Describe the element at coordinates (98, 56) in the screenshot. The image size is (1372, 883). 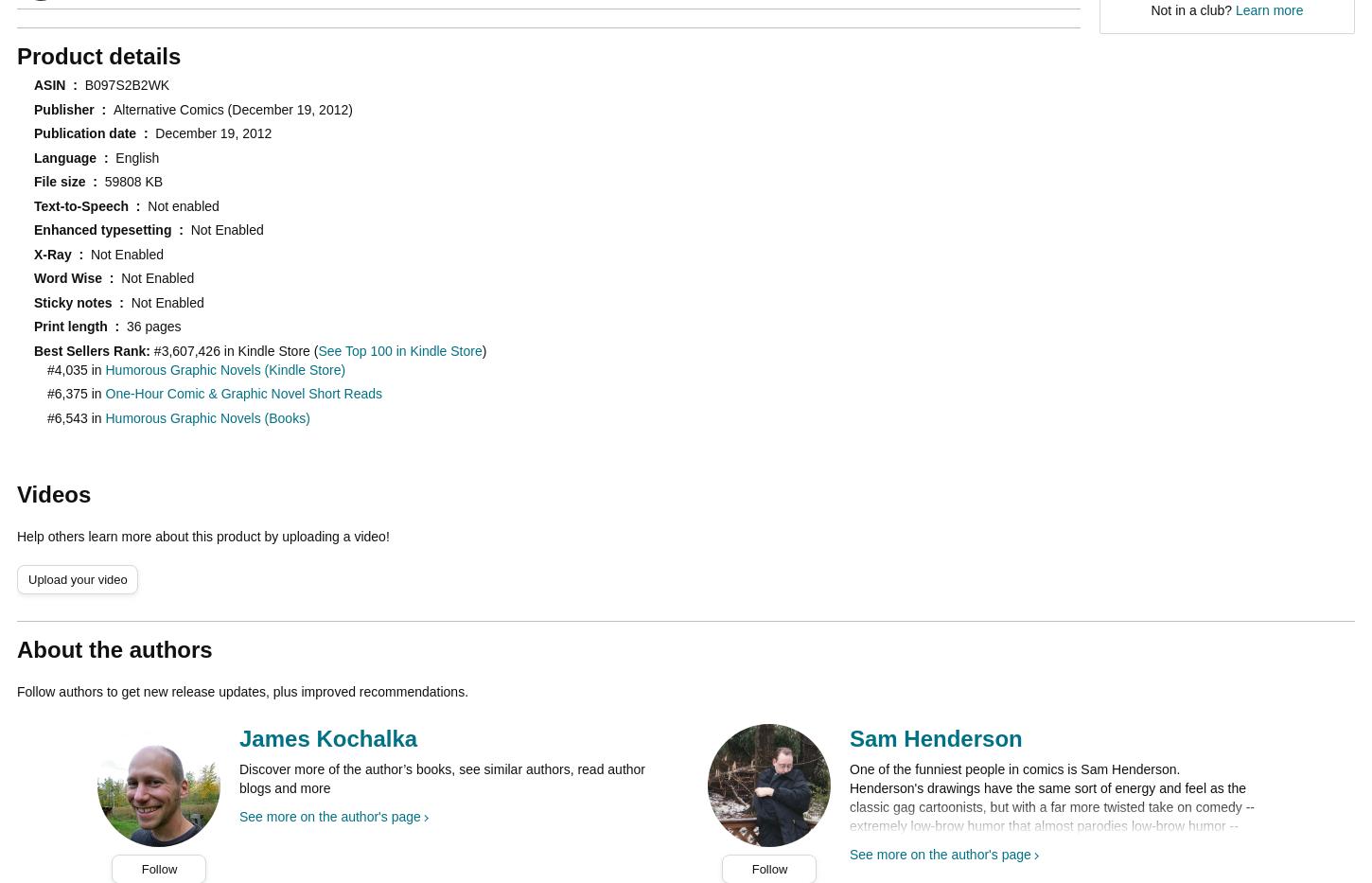
I see `'Product details'` at that location.